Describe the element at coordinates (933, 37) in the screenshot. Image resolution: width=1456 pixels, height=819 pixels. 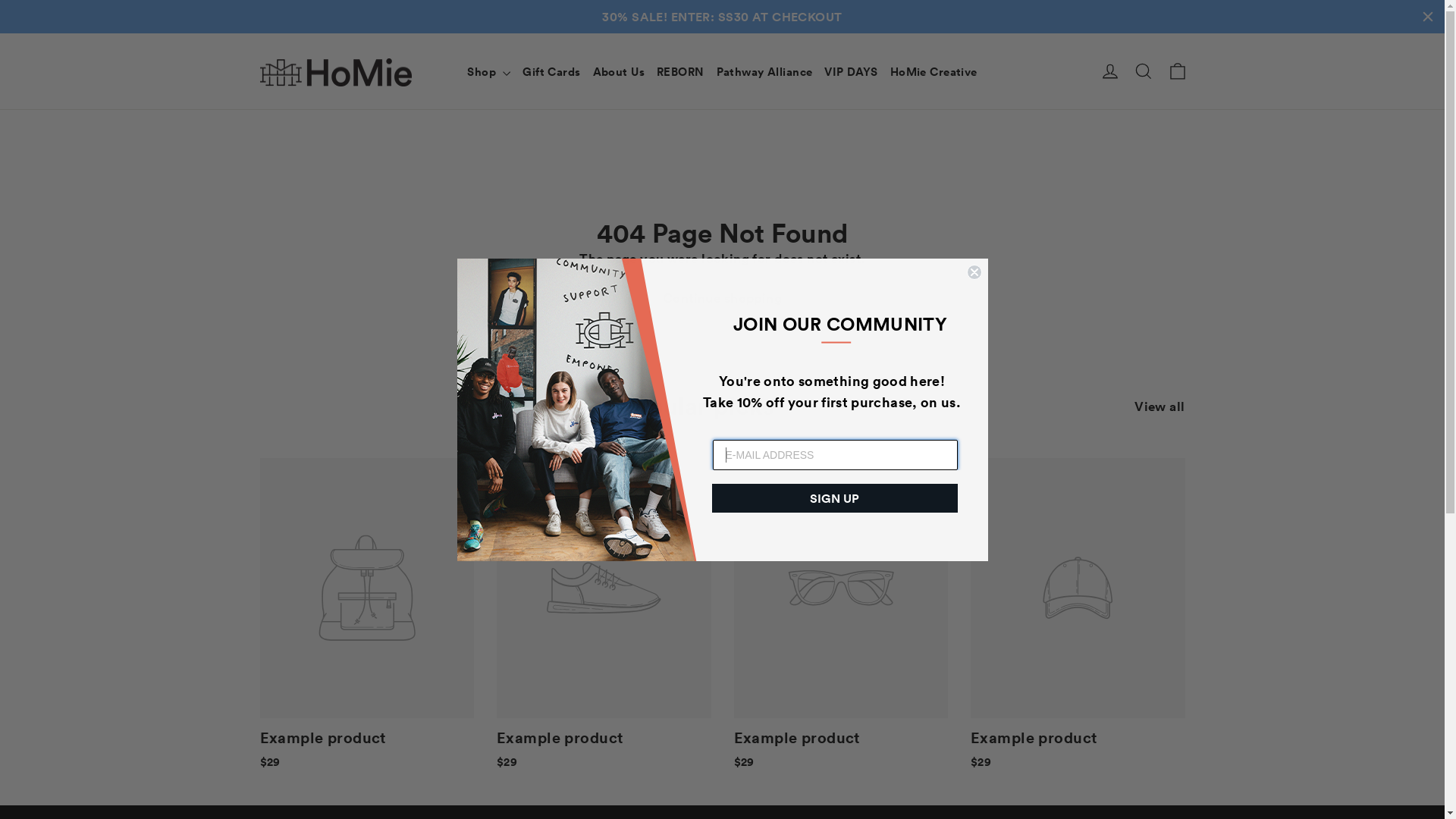
I see `'HoMie Creative'` at that location.